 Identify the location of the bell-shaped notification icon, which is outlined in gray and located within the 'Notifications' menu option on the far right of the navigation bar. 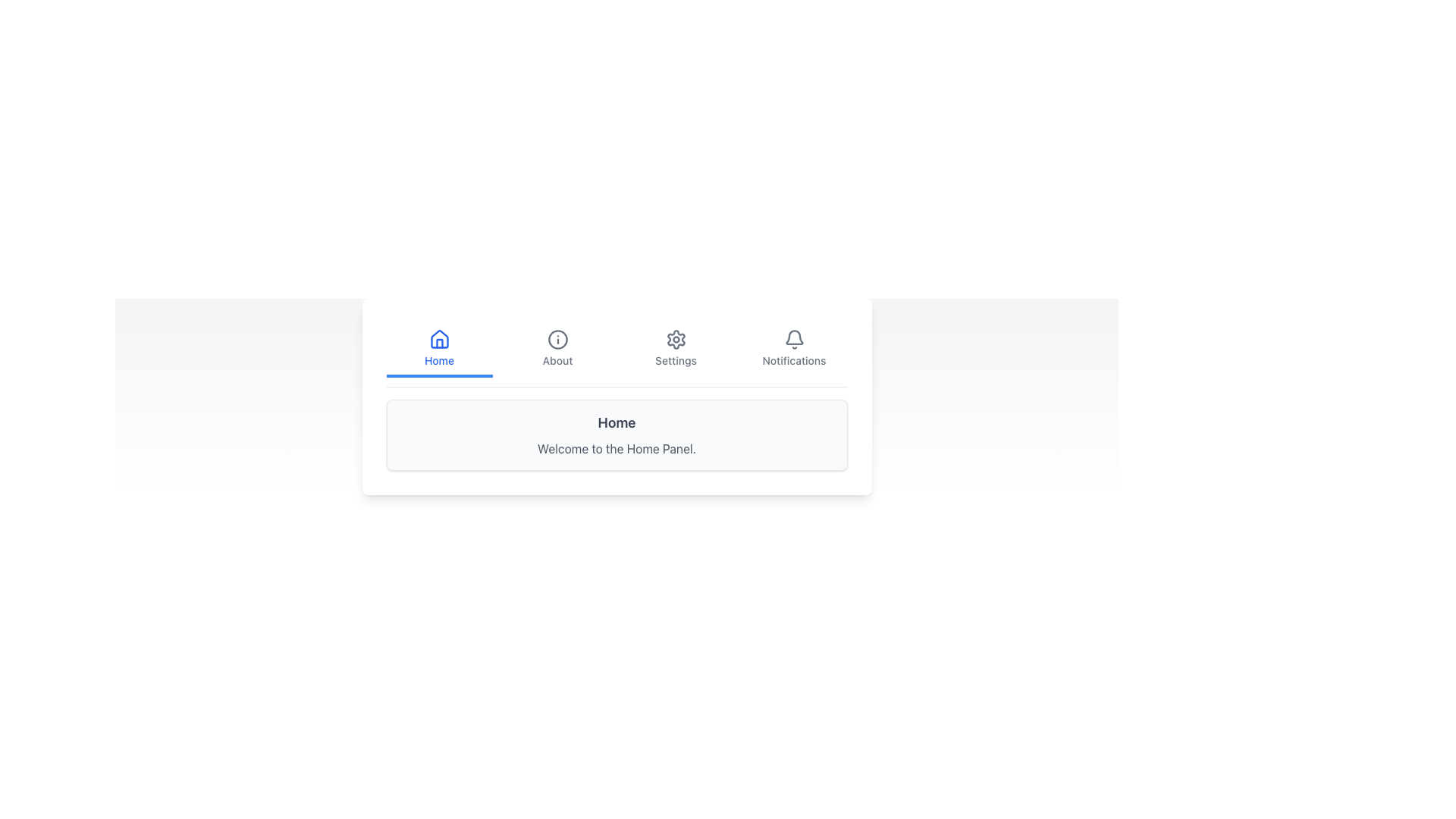
(793, 338).